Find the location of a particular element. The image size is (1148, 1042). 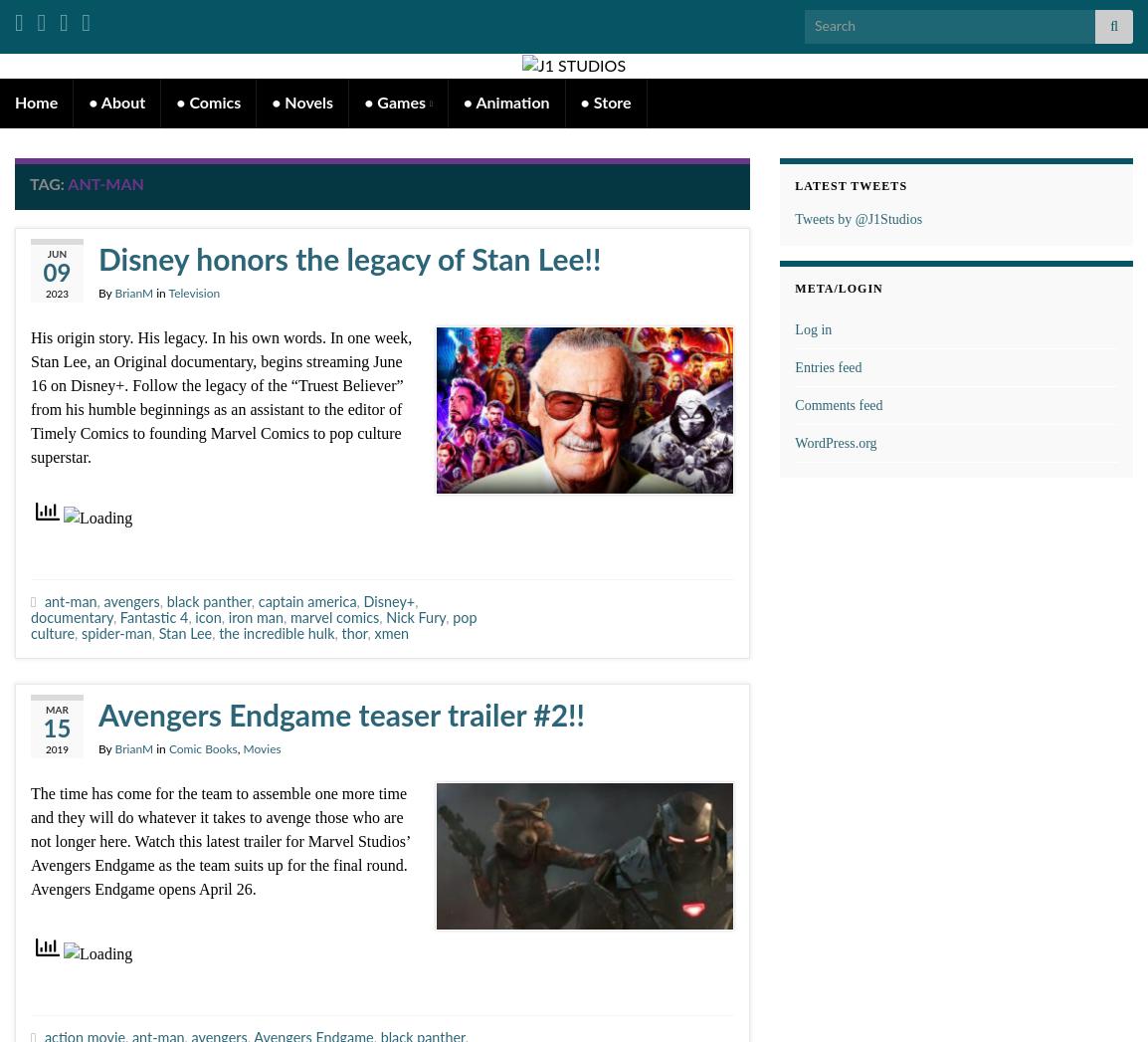

'Log in' is located at coordinates (812, 327).